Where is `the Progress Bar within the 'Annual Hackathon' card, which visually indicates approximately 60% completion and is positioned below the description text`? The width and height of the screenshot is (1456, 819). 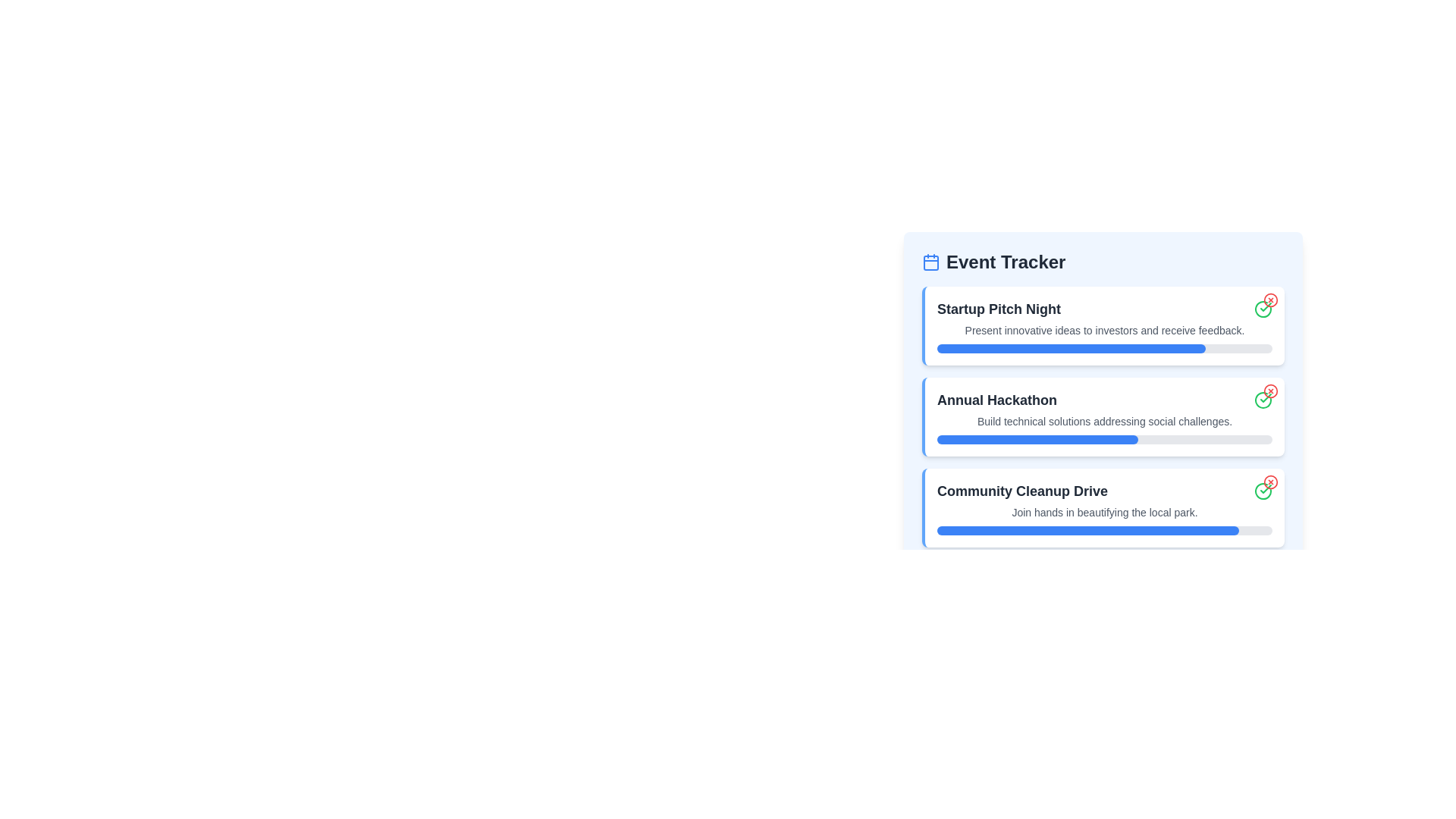
the Progress Bar within the 'Annual Hackathon' card, which visually indicates approximately 60% completion and is positioned below the description text is located at coordinates (1105, 439).